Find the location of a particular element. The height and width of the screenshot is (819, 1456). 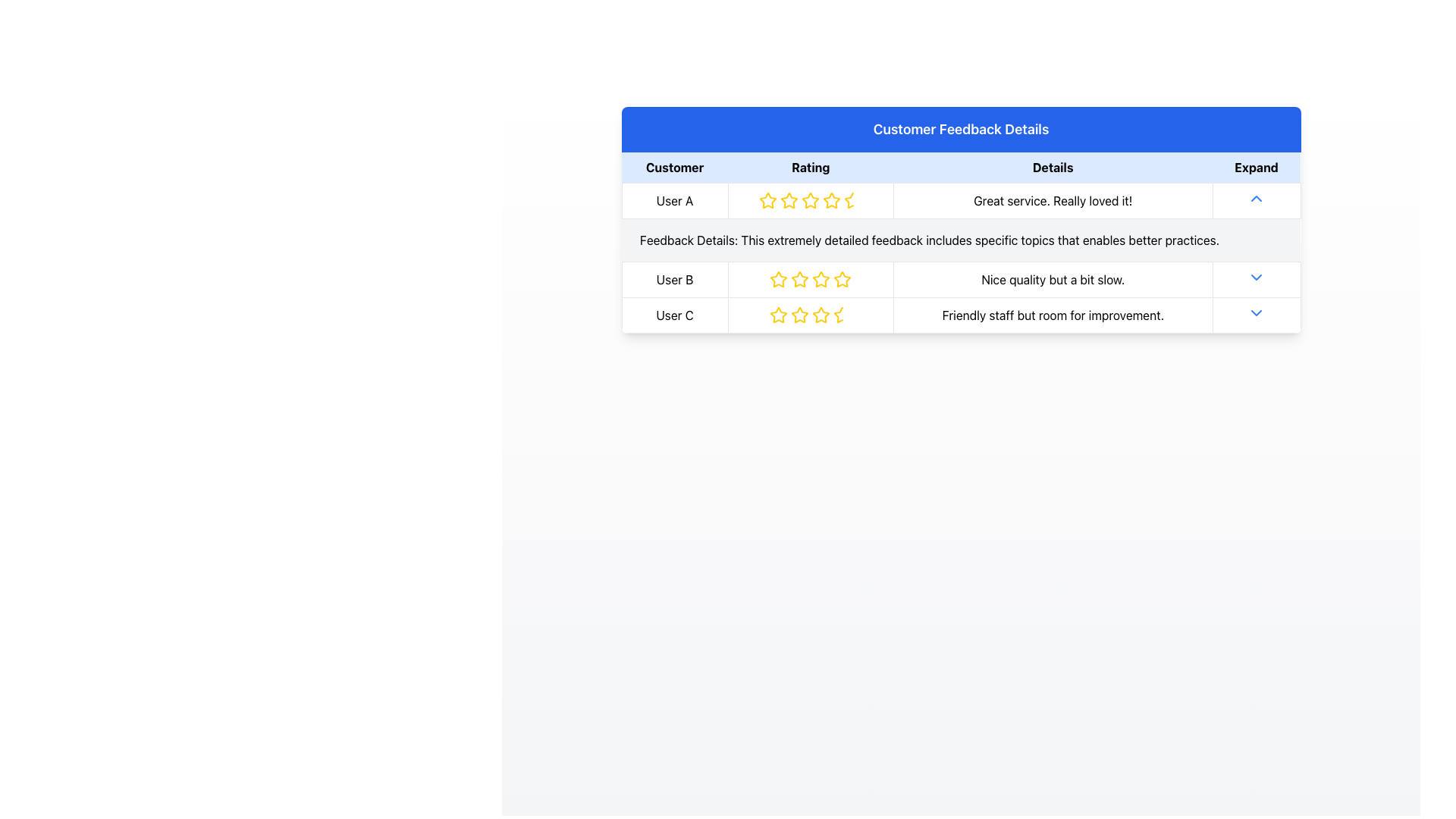

the 'Customer' text label, which is styled in bold and has a blue background, located in the header row of a table on the left side, next to the 'Rating' header is located at coordinates (674, 168).